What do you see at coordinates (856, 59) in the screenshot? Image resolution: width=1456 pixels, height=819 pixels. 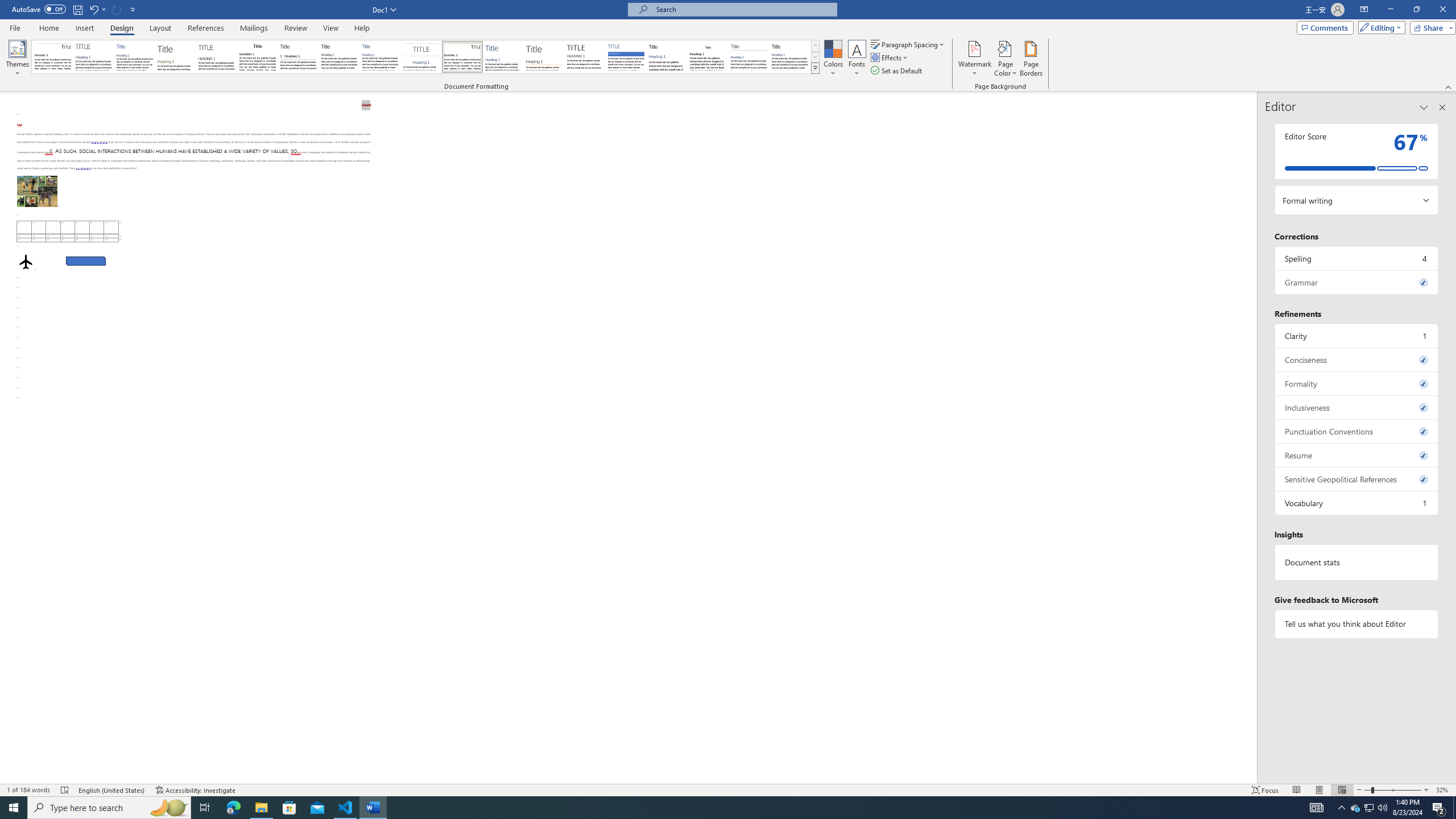 I see `'Fonts'` at bounding box center [856, 59].